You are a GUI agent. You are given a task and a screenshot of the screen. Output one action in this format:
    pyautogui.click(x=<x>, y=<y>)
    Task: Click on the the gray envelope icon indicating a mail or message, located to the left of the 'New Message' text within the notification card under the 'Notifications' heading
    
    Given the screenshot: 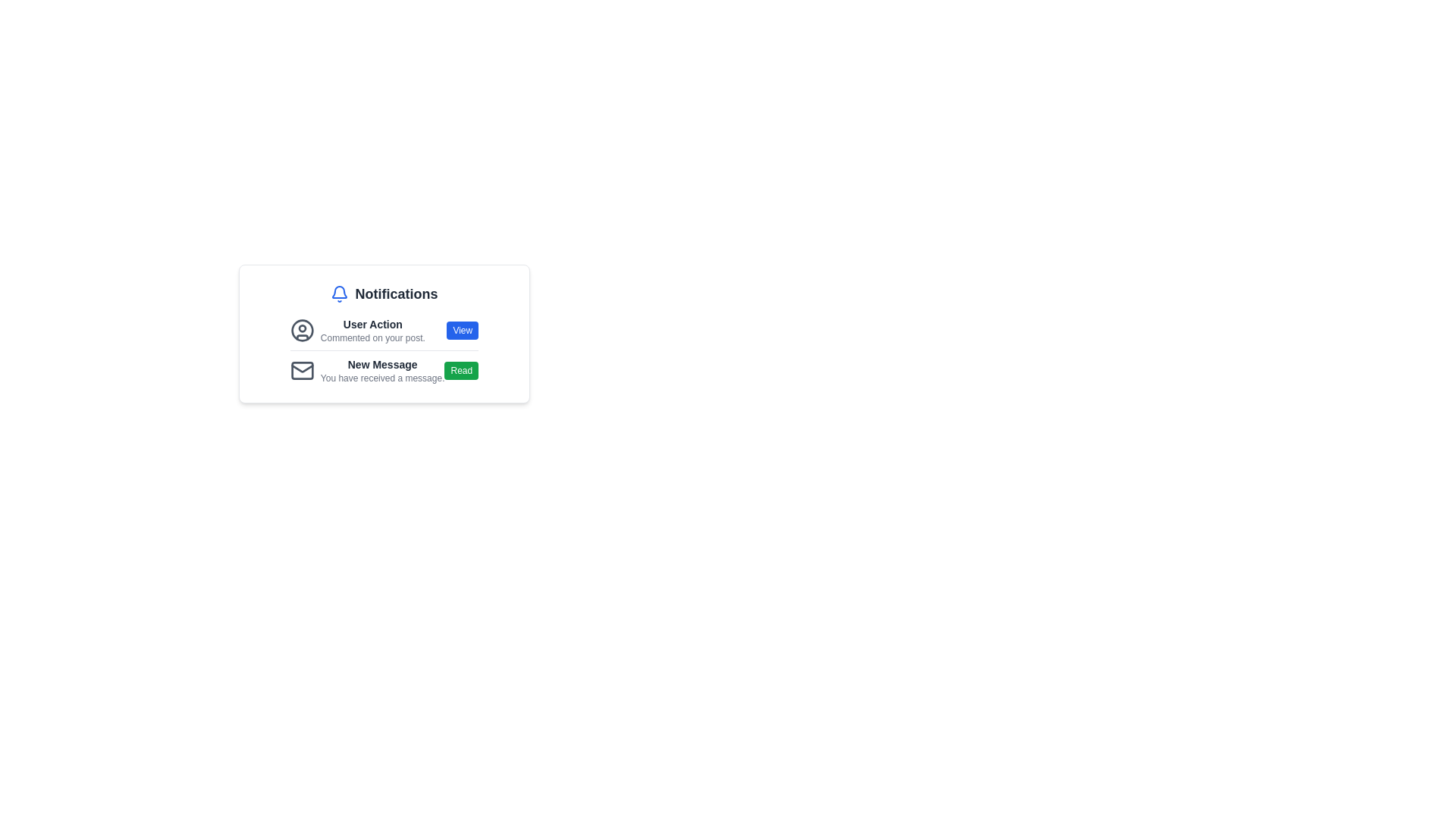 What is the action you would take?
    pyautogui.click(x=302, y=371)
    